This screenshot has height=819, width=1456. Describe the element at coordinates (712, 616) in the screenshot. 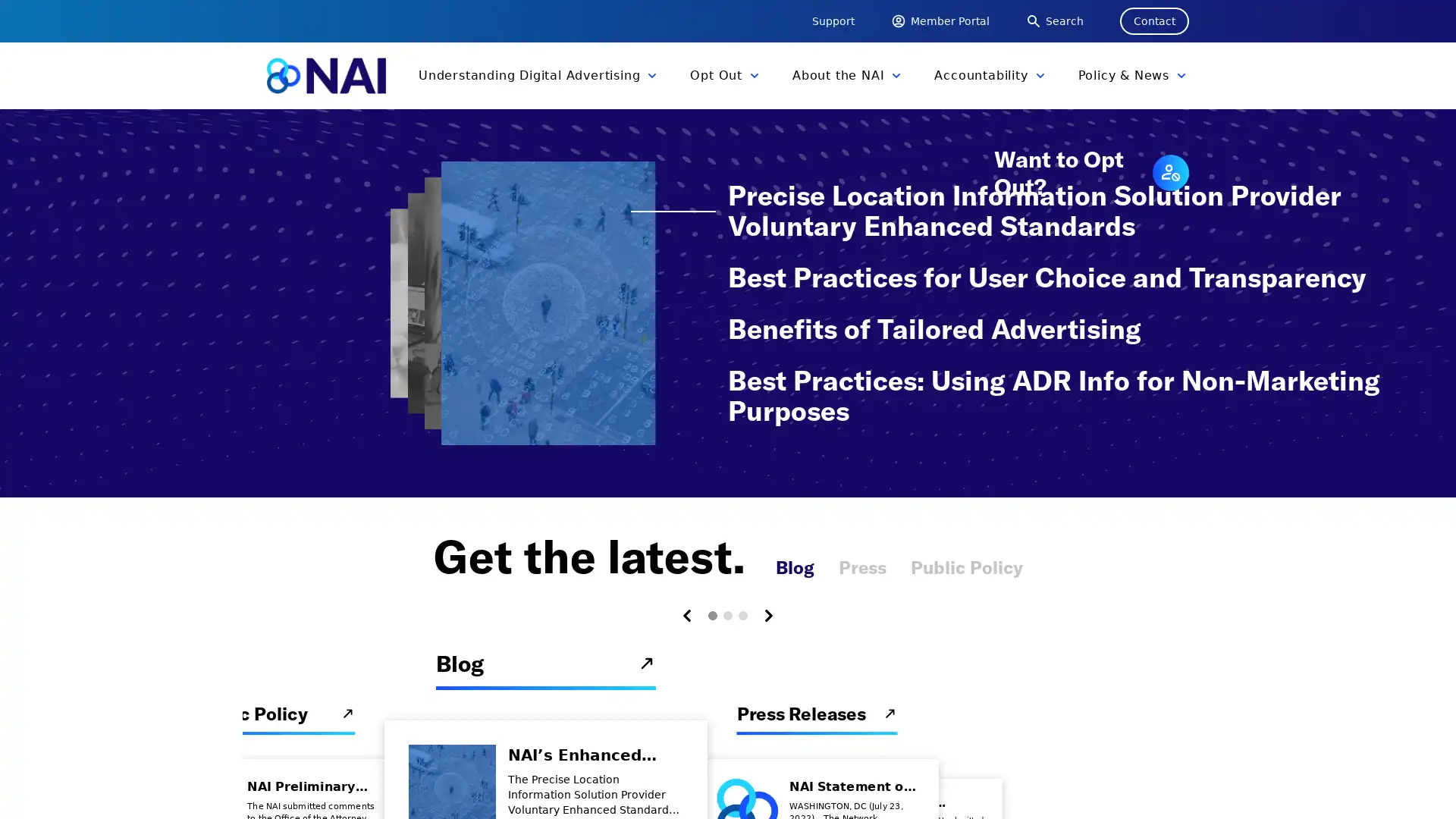

I see `Carousel Page 1 (Current Slide)` at that location.